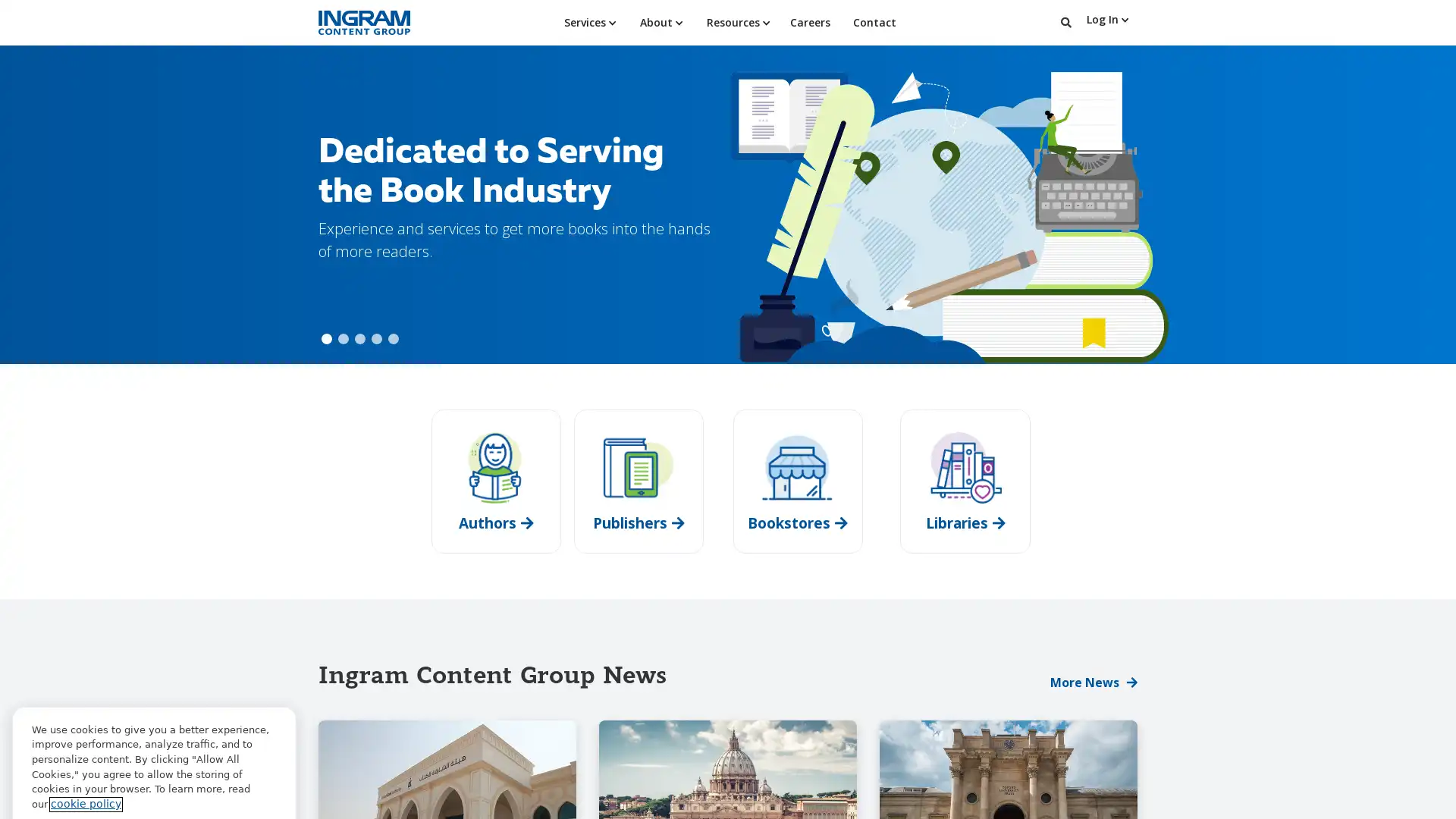  Describe the element at coordinates (326, 337) in the screenshot. I see `Show slide 1 of 5` at that location.